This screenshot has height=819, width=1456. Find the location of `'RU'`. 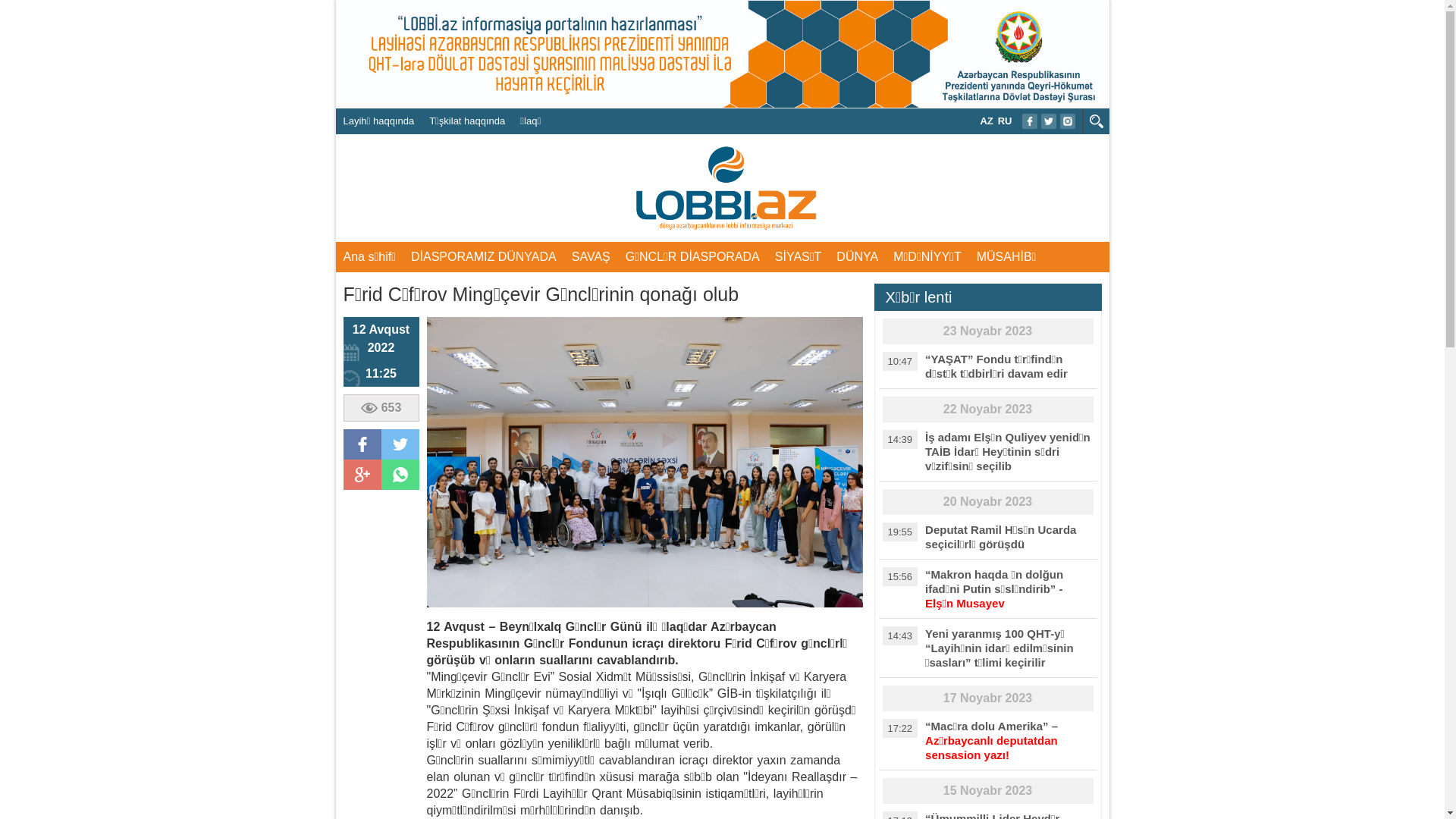

'RU' is located at coordinates (997, 120).